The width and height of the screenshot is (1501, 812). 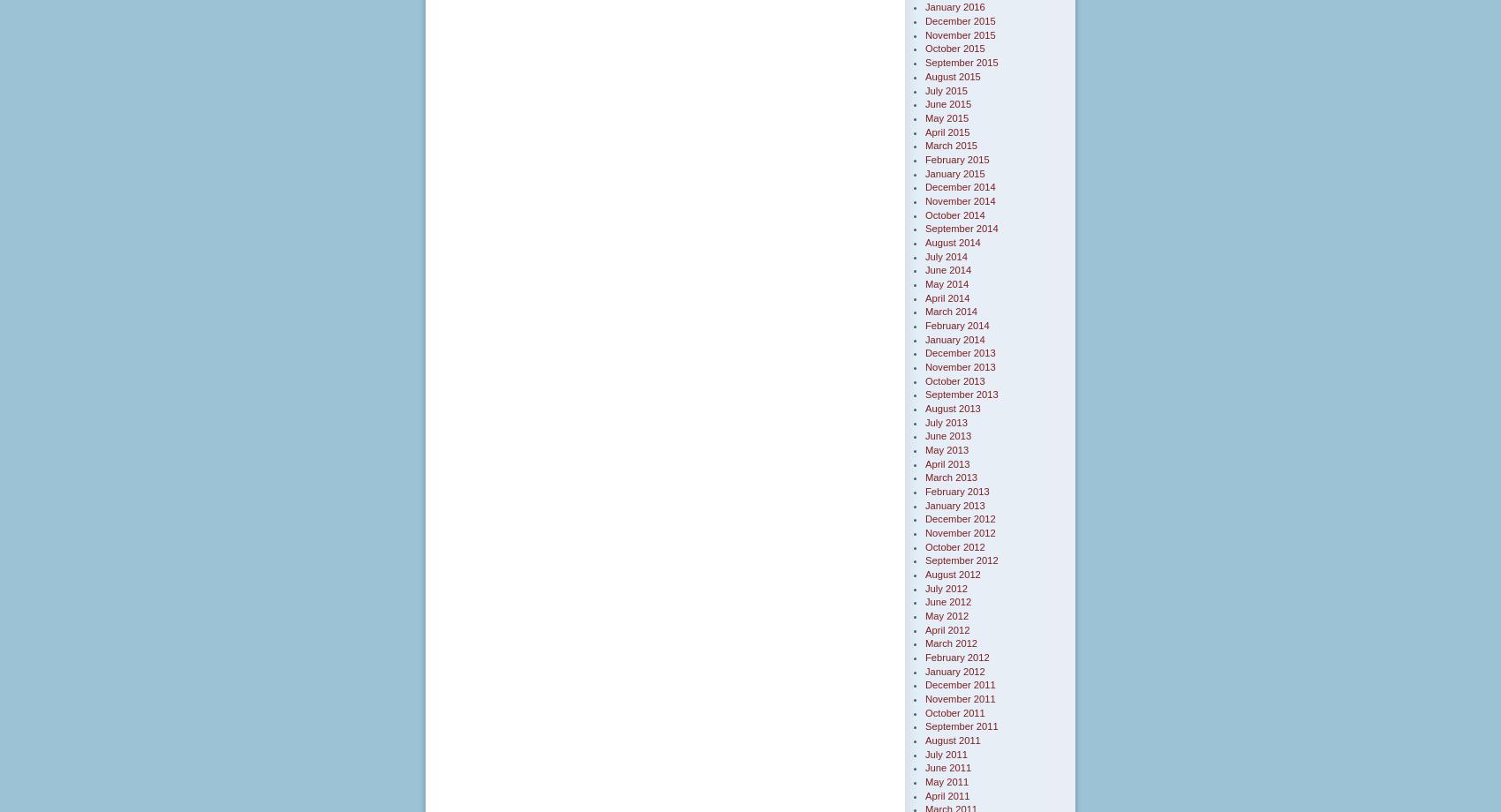 I want to click on 'March 2013', so click(x=951, y=477).